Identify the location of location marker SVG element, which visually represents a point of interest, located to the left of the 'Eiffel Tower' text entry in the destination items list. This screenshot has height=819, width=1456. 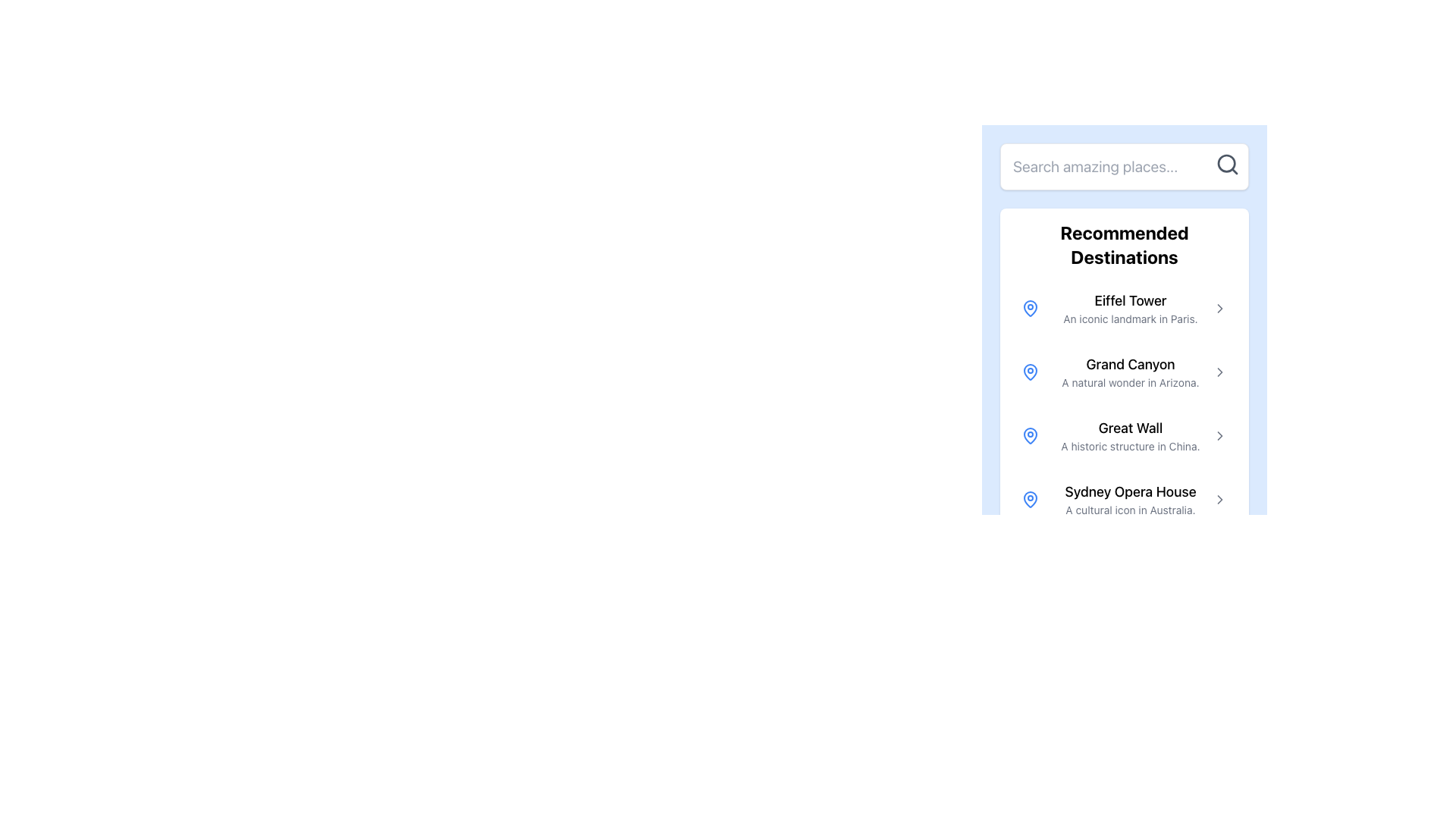
(1030, 499).